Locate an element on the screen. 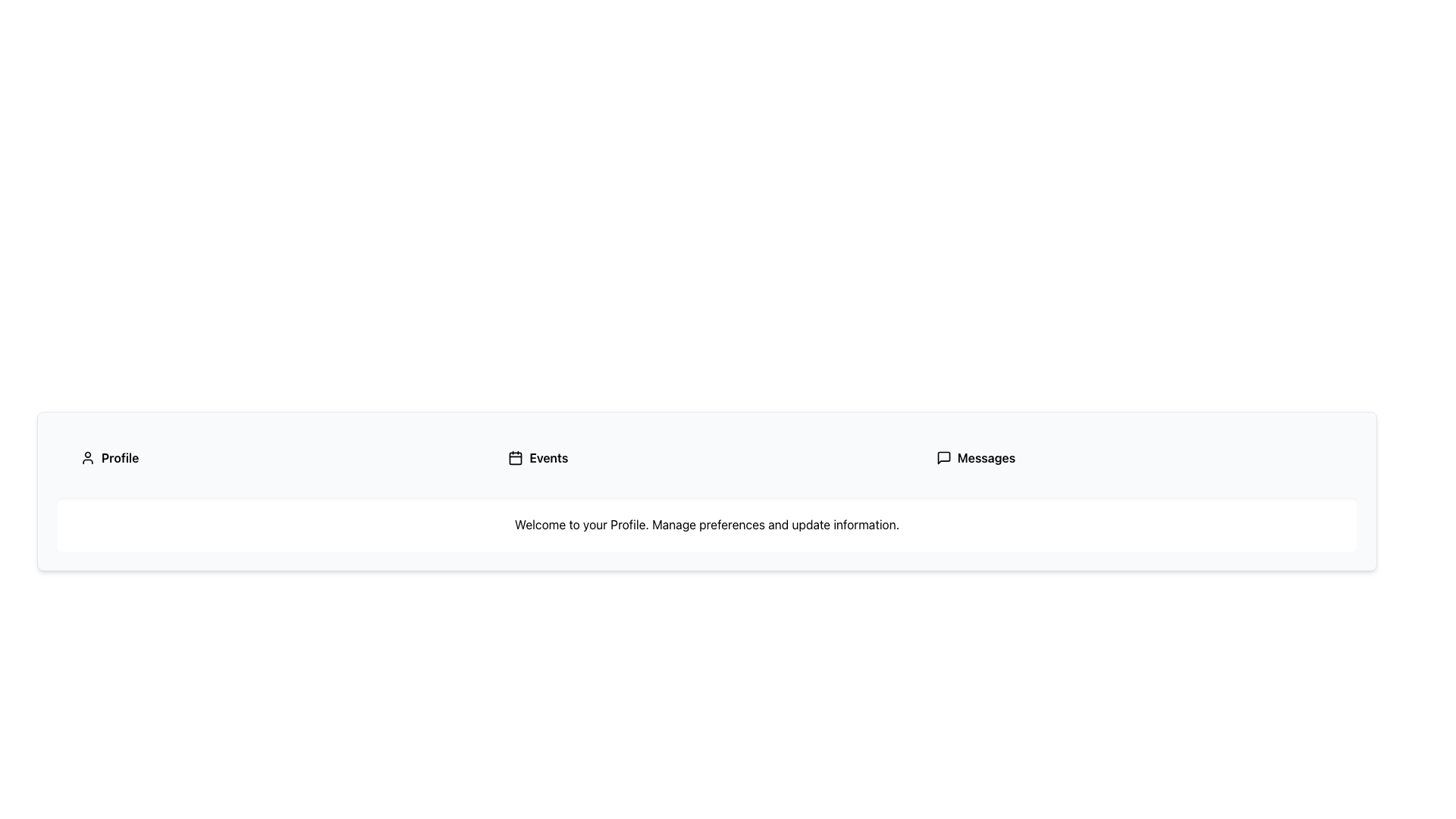 The image size is (1456, 819). the 'Profile' text label, which is bold and styled with 'font-semibold' is located at coordinates (119, 457).